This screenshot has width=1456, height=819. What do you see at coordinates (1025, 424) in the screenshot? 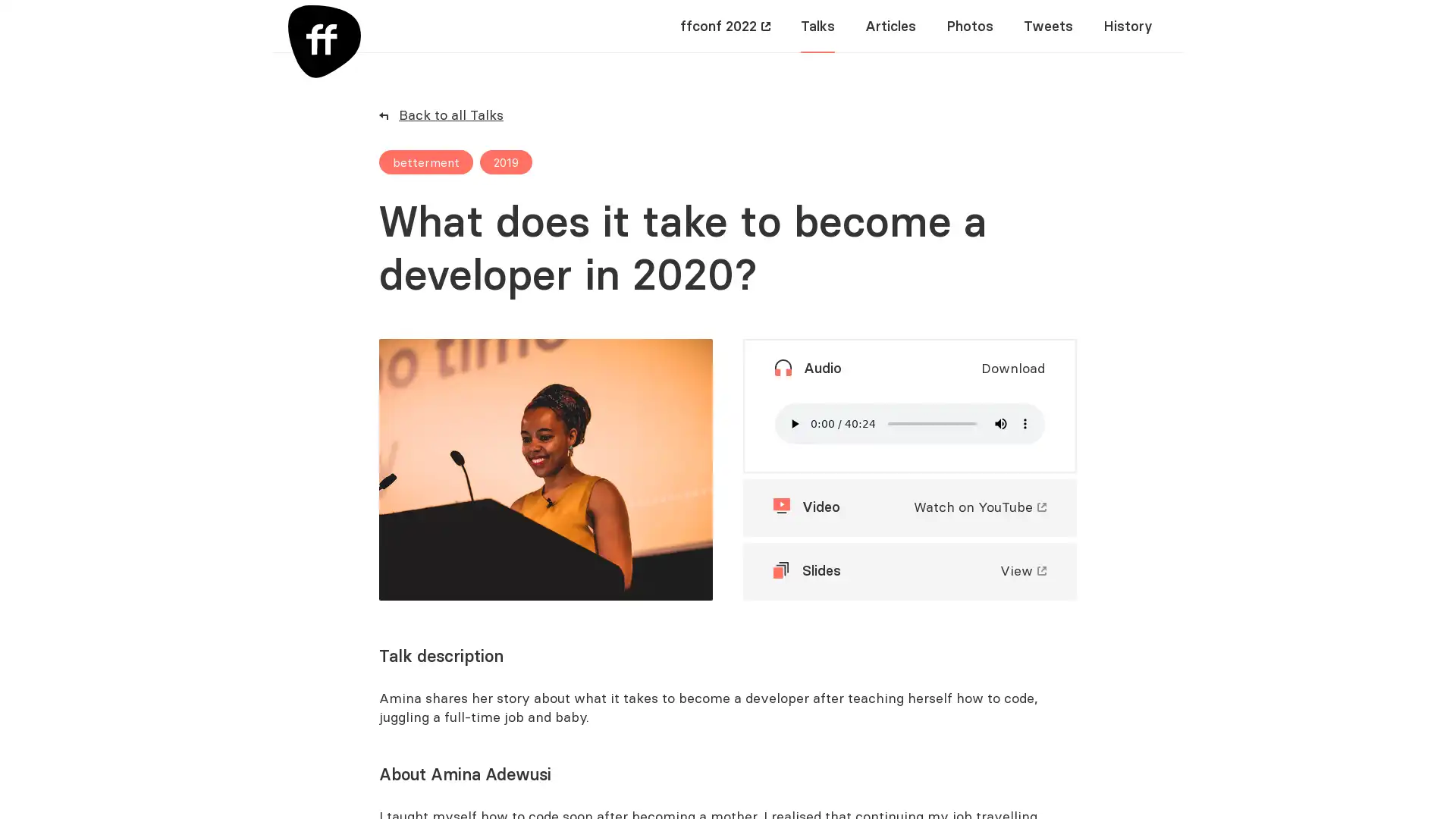
I see `show more media controls` at bounding box center [1025, 424].